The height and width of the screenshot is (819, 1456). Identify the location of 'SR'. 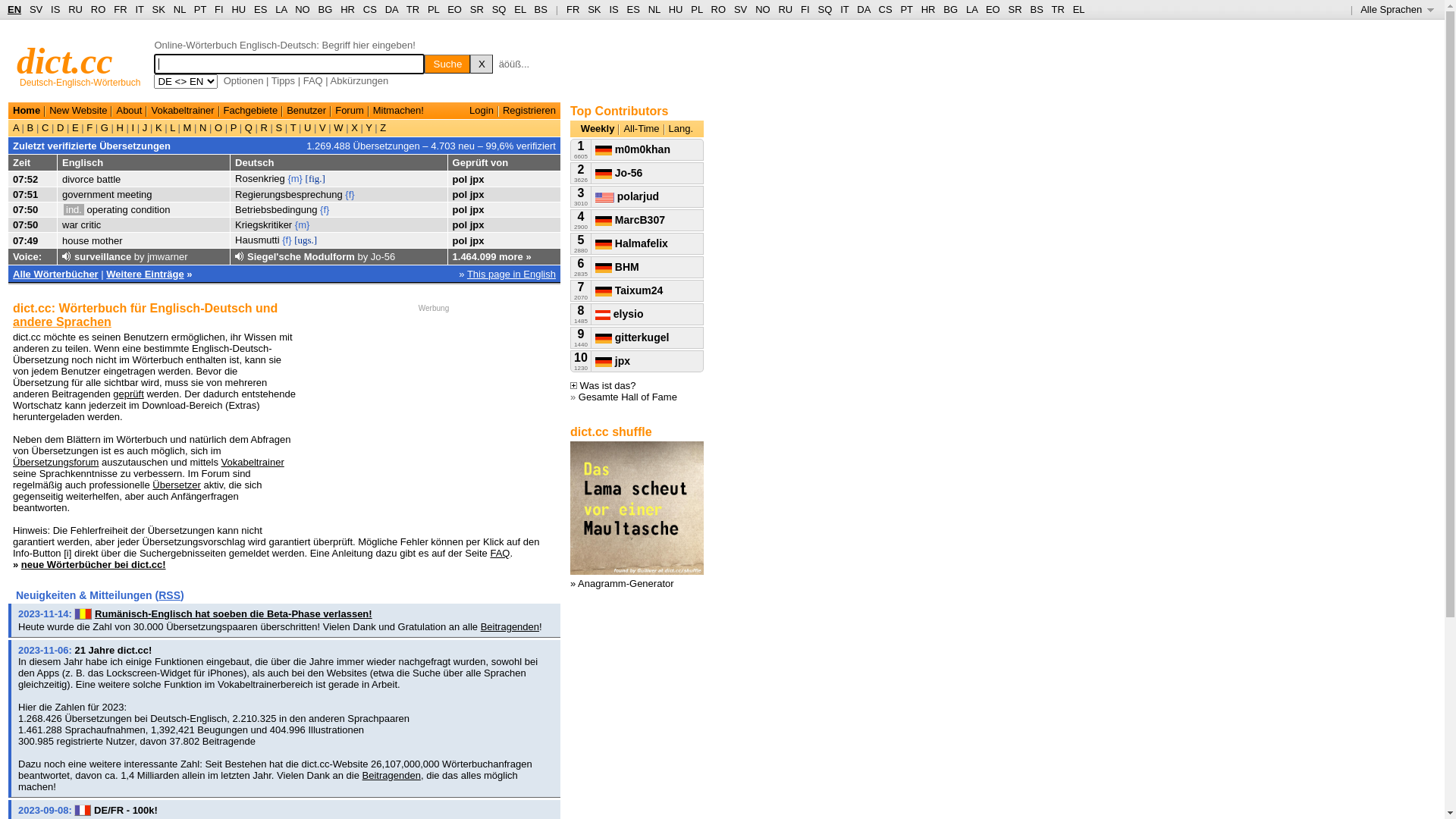
(1015, 9).